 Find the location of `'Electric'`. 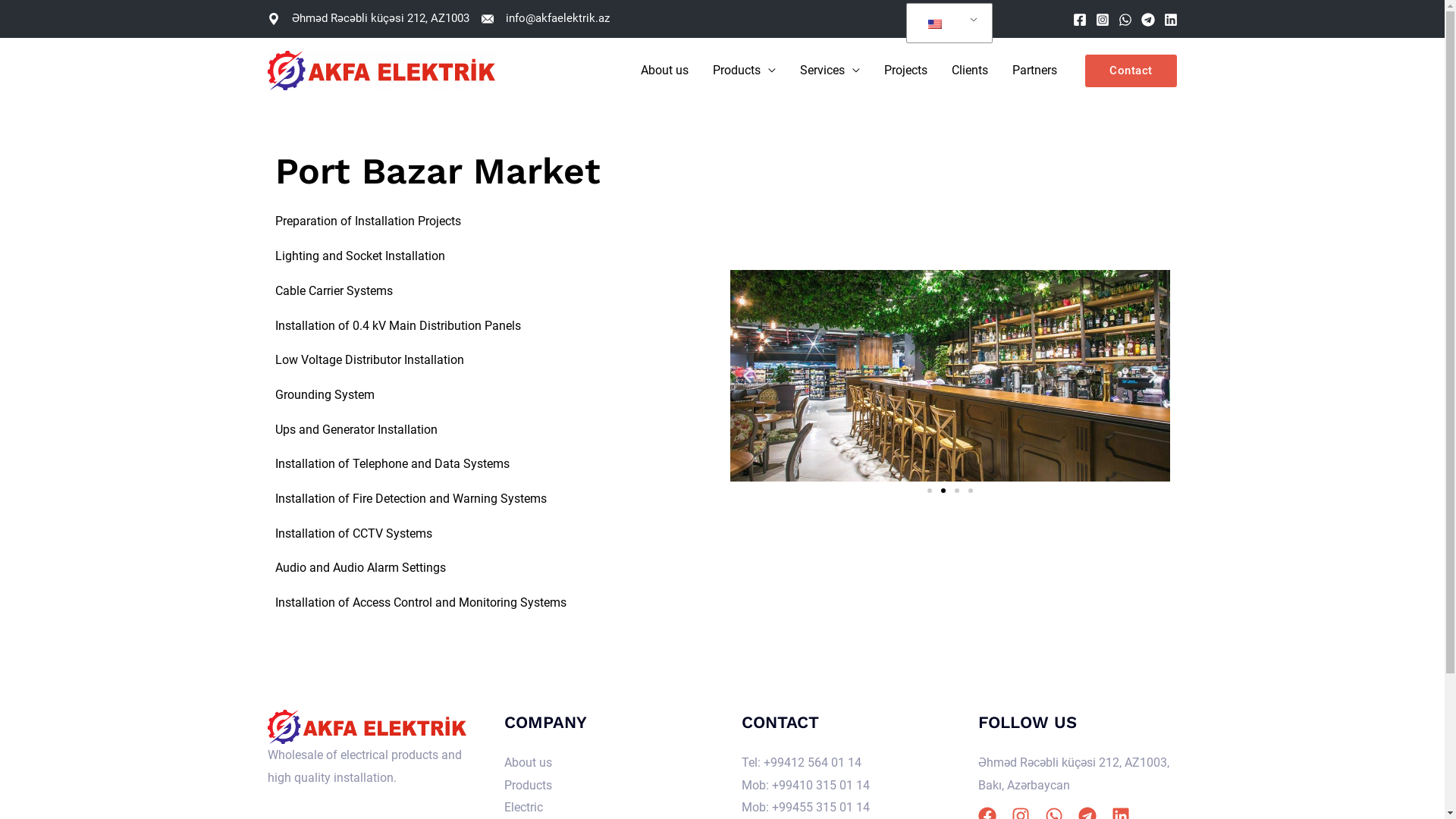

'Electric' is located at coordinates (523, 806).